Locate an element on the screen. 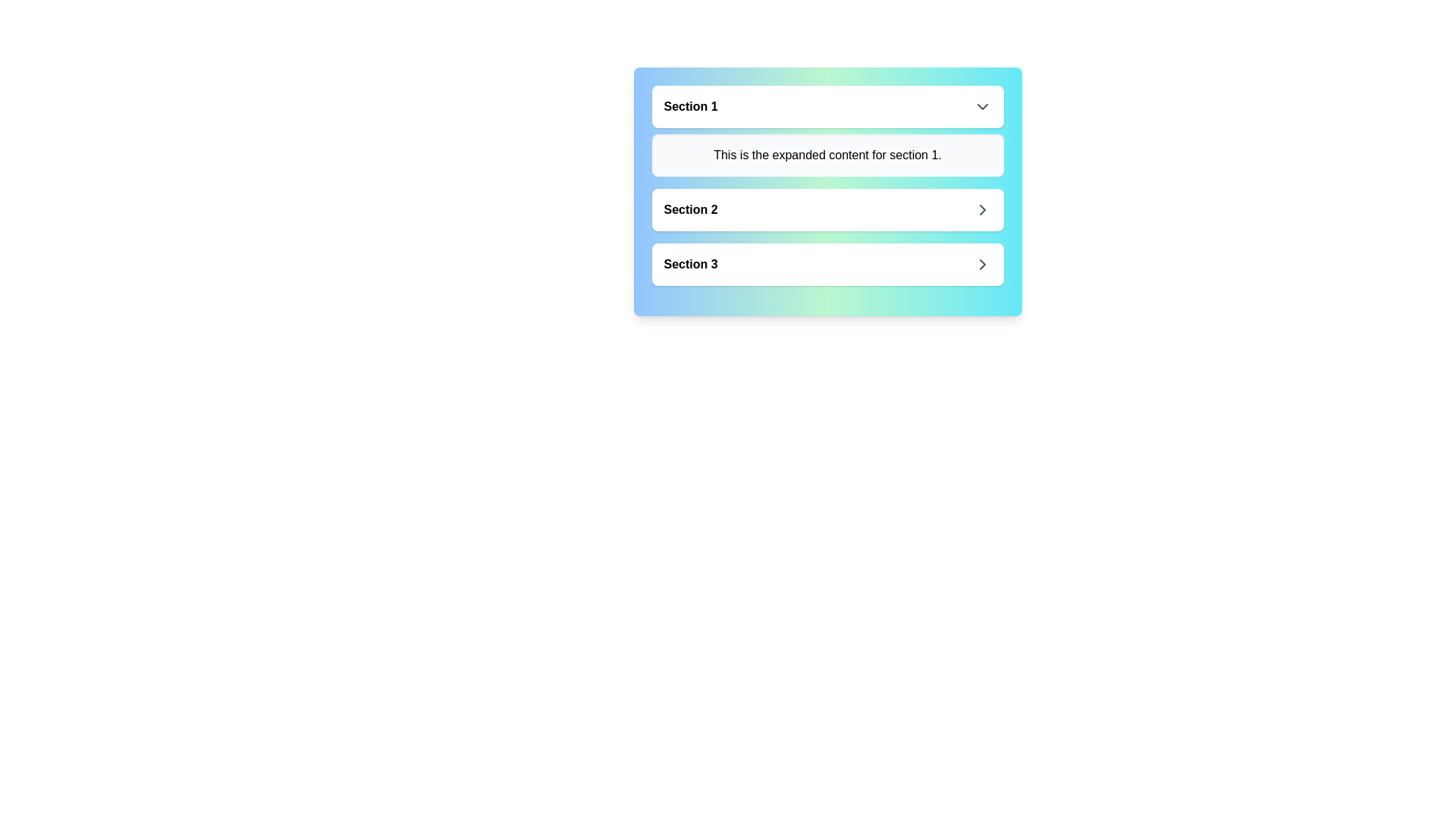 This screenshot has width=1456, height=819. the header of the expanded Accordion Section titled 'Section 1' to visually highlight it is located at coordinates (827, 130).